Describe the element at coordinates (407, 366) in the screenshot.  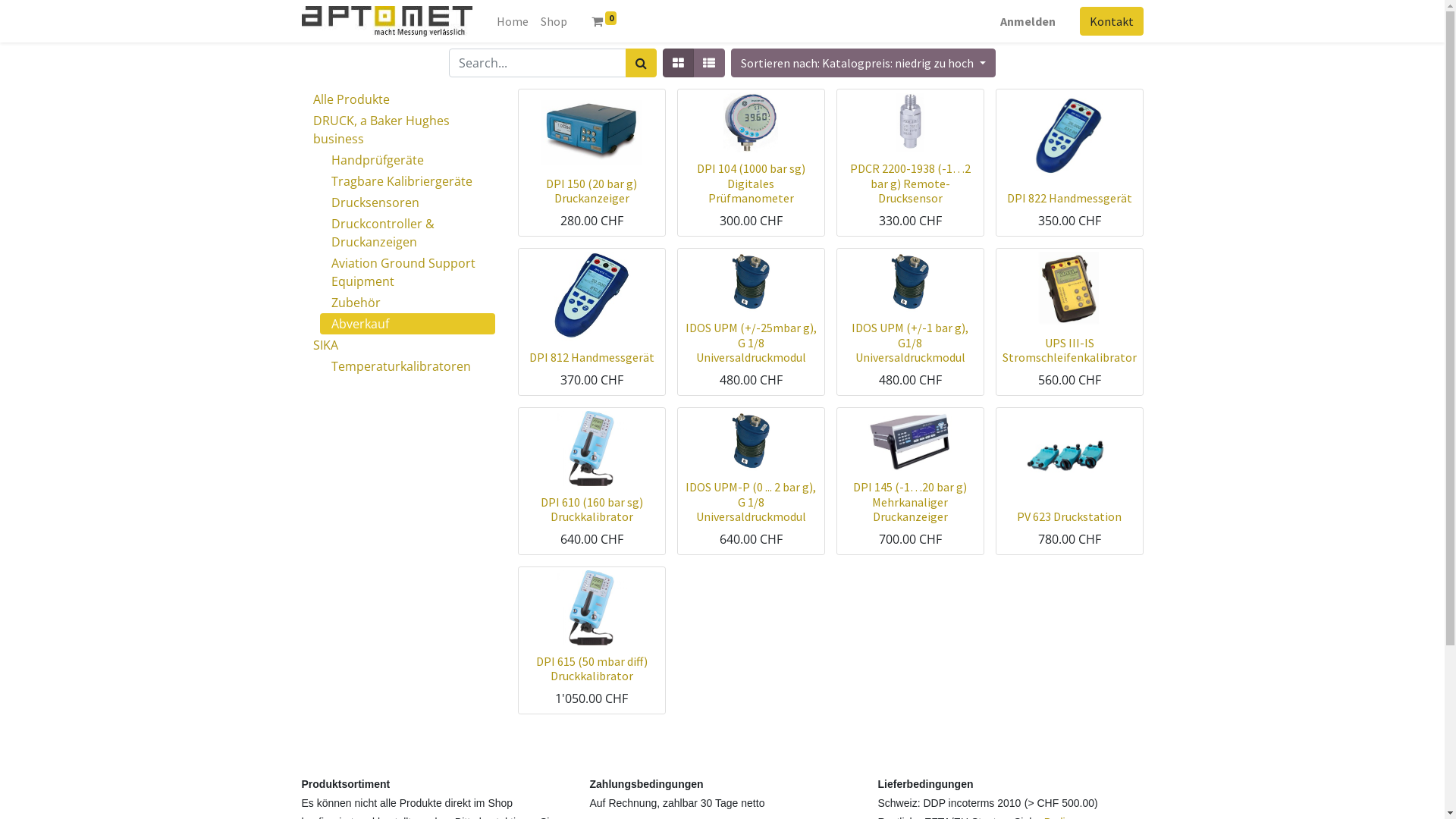
I see `'Temperaturkalibratoren'` at that location.